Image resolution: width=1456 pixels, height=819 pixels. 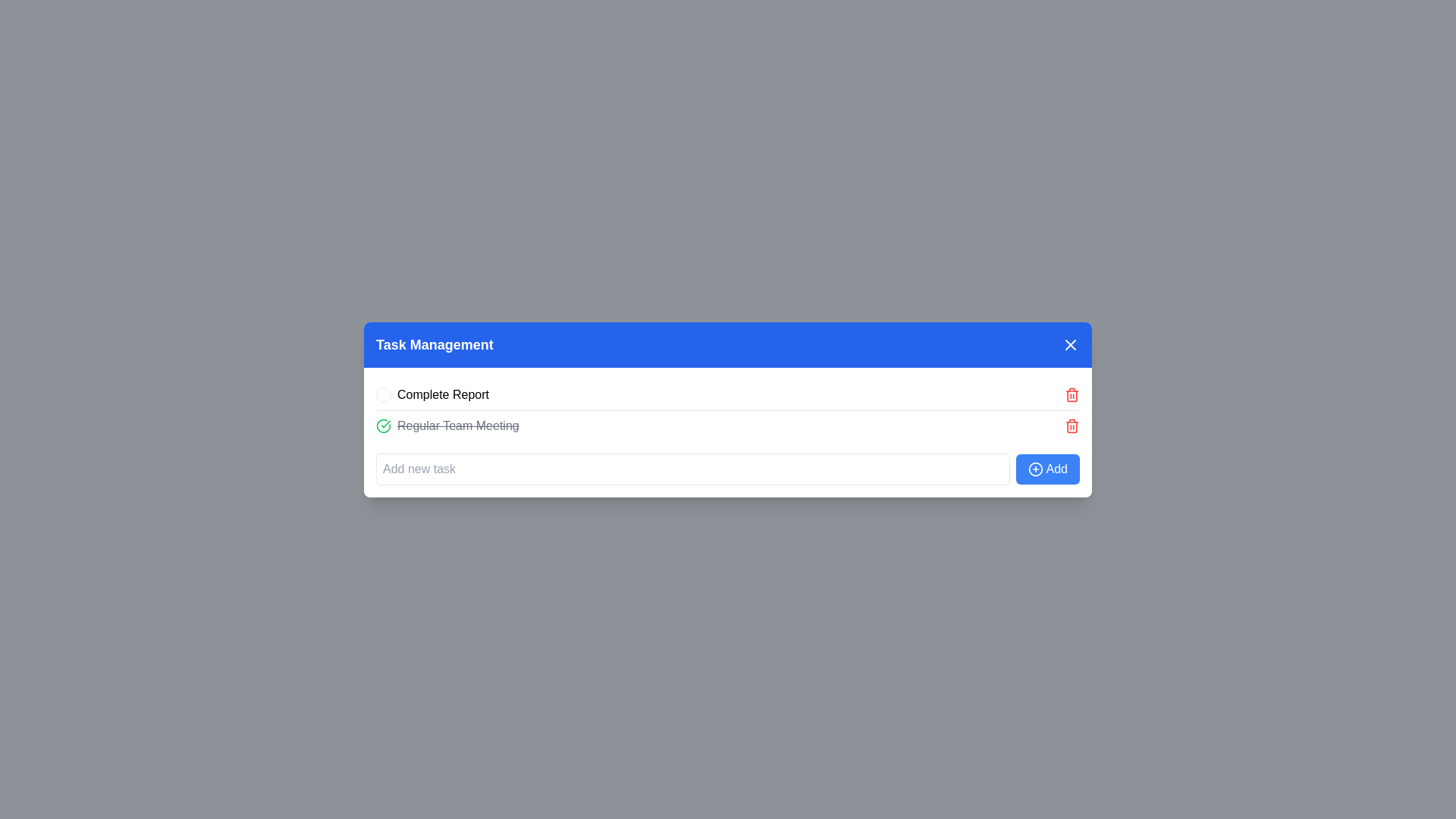 What do you see at coordinates (434, 344) in the screenshot?
I see `the 'Task Management' heading which displays in bold white text on a blue background, located at the top of the panel` at bounding box center [434, 344].